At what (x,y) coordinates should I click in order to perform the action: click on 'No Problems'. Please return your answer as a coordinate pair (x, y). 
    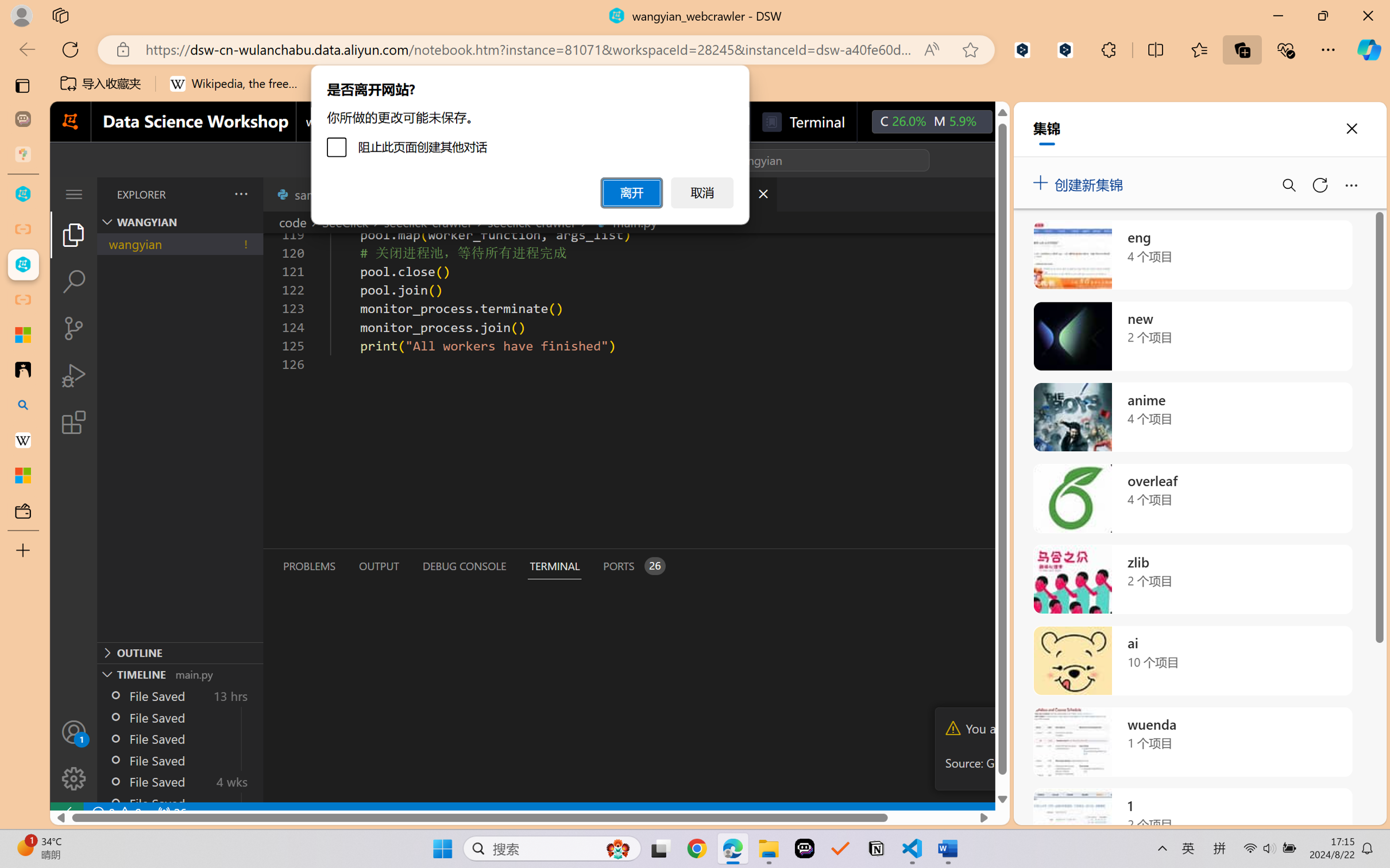
    Looking at the image, I should click on (115, 812).